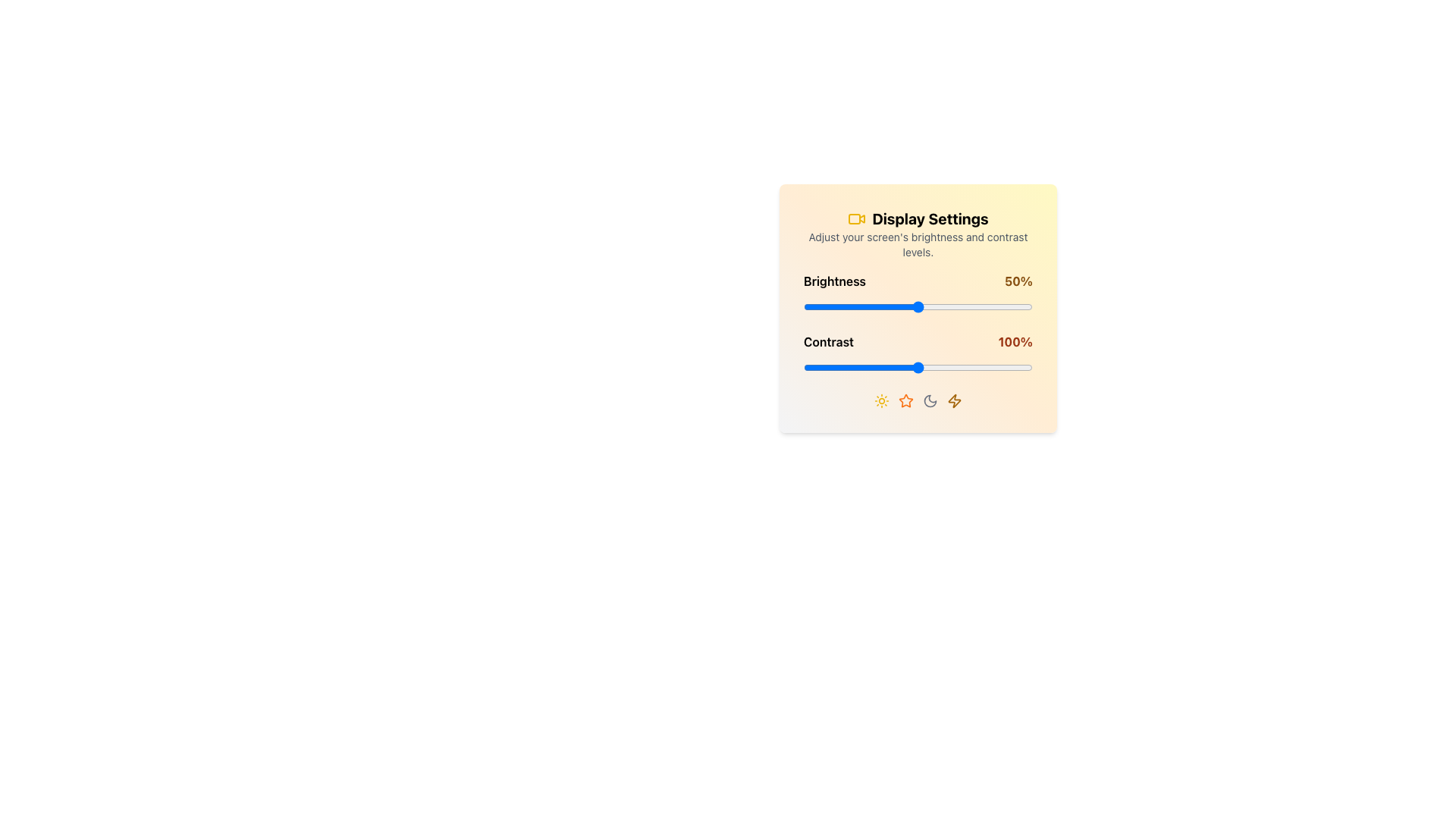  Describe the element at coordinates (842, 368) in the screenshot. I see `contrast` at that location.